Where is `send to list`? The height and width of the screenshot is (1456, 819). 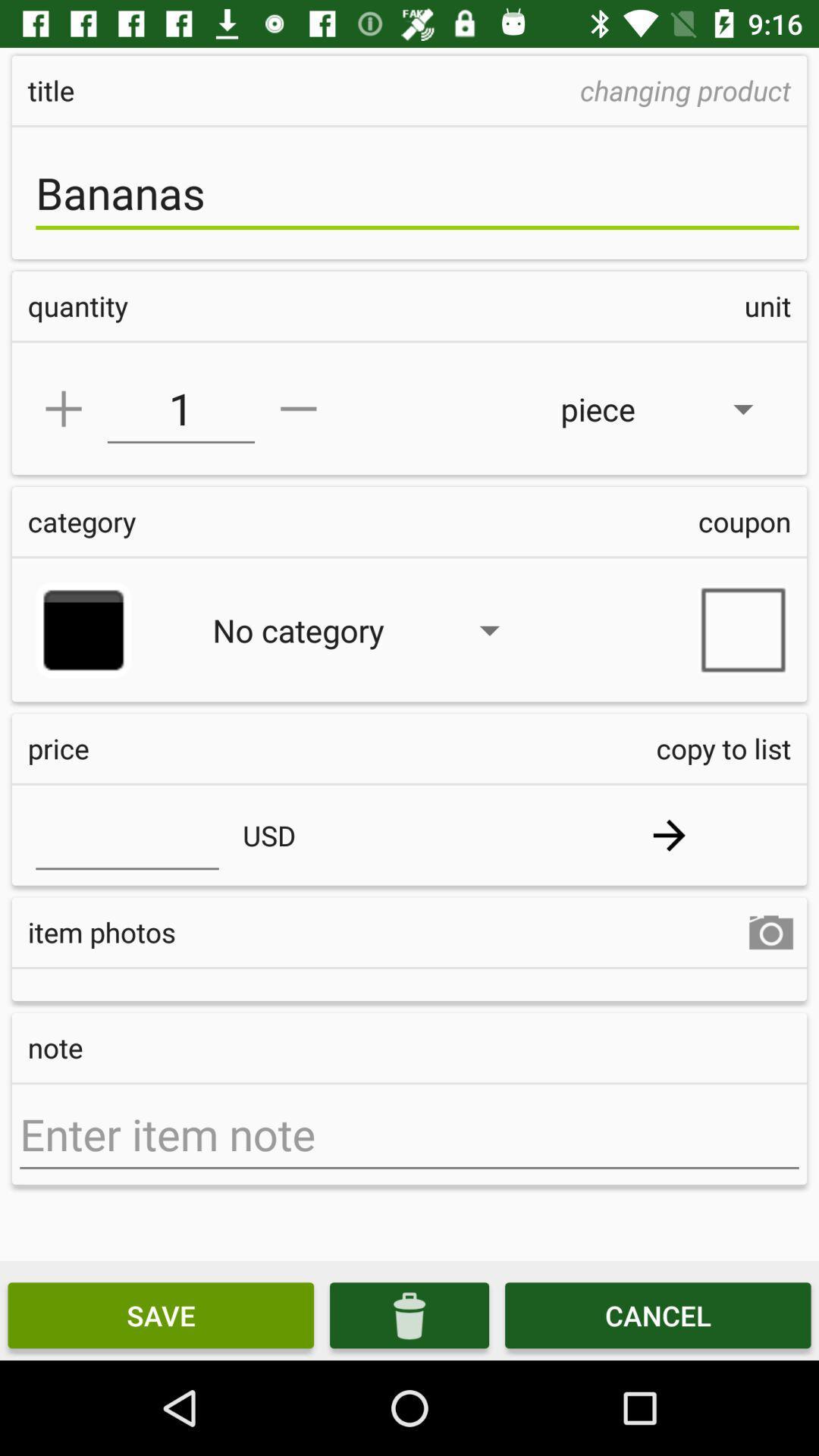
send to list is located at coordinates (668, 834).